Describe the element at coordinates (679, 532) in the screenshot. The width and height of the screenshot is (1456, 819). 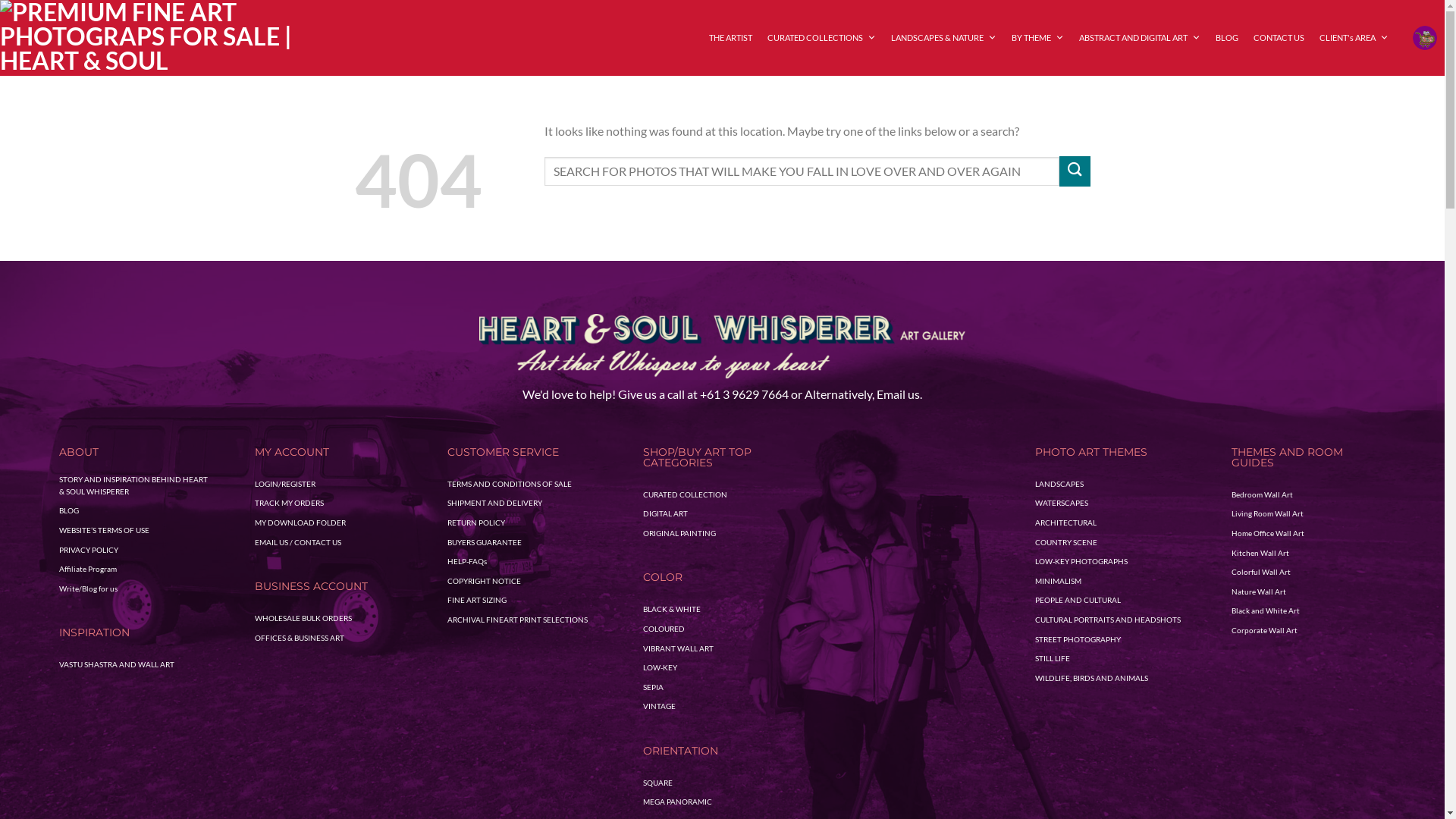
I see `'ORIGINAL PAINTING'` at that location.